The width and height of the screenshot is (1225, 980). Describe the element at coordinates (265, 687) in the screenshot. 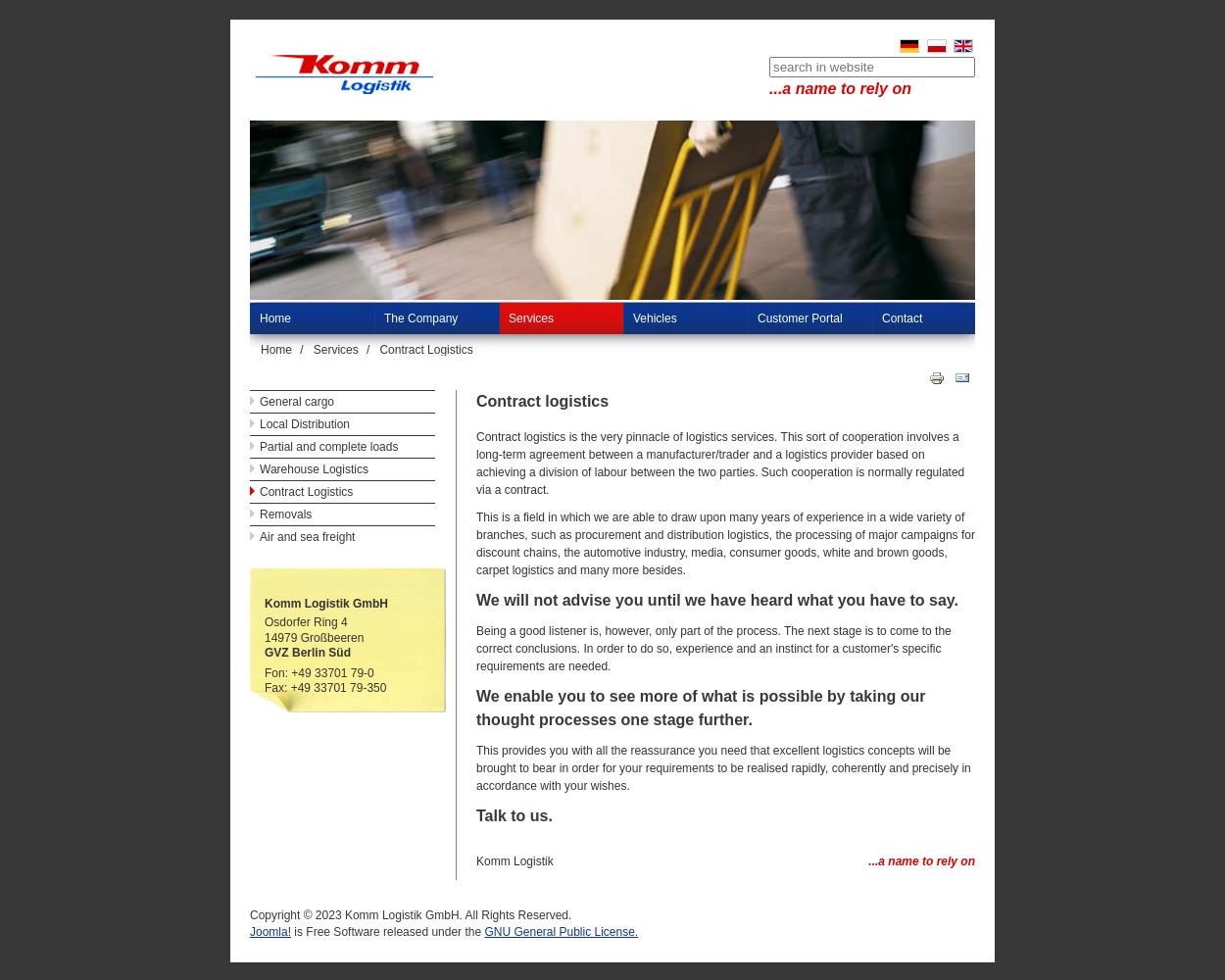

I see `'Fax: +49 33701 79-350'` at that location.